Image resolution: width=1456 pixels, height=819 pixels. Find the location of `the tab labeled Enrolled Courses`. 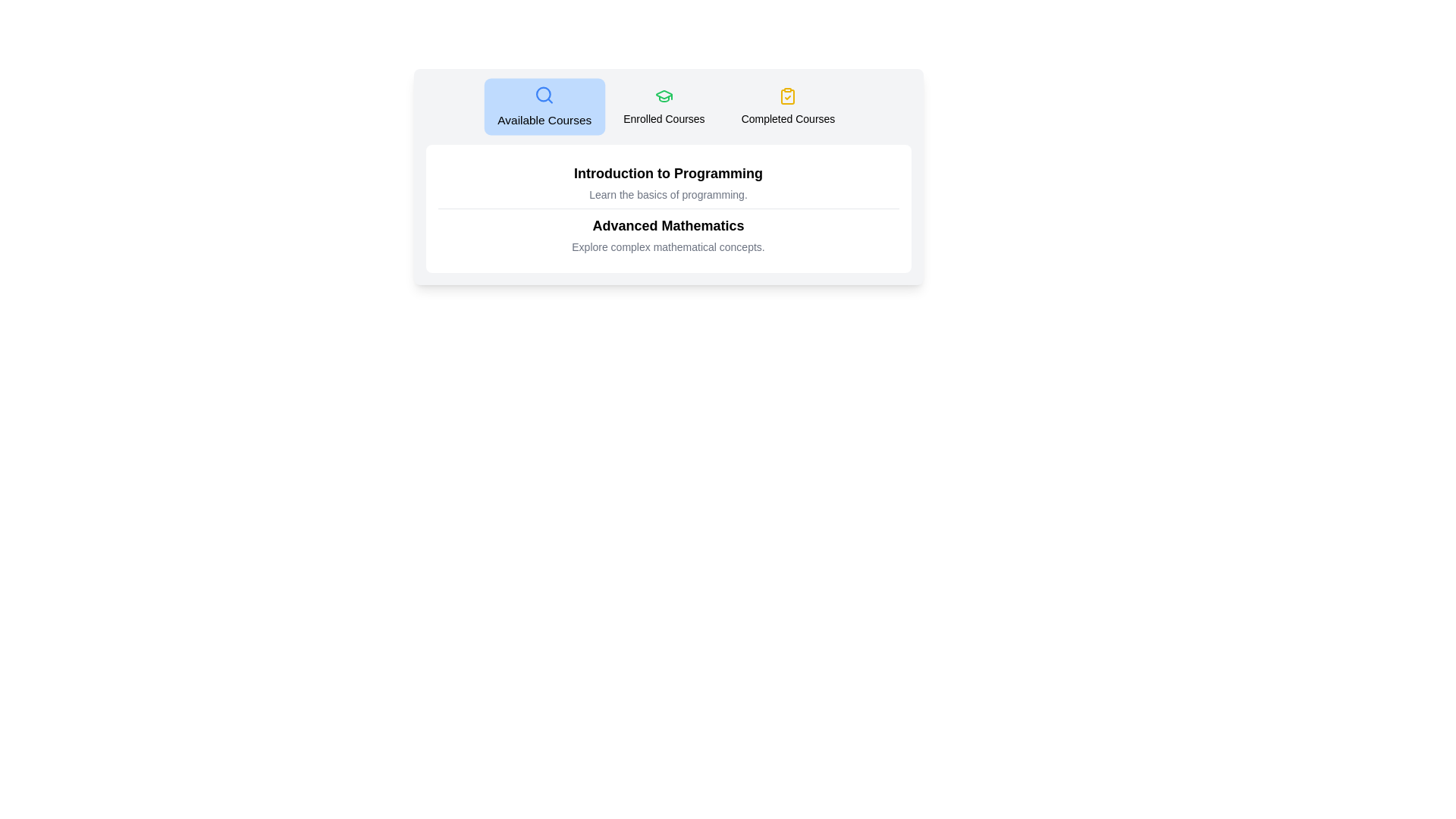

the tab labeled Enrolled Courses is located at coordinates (664, 106).